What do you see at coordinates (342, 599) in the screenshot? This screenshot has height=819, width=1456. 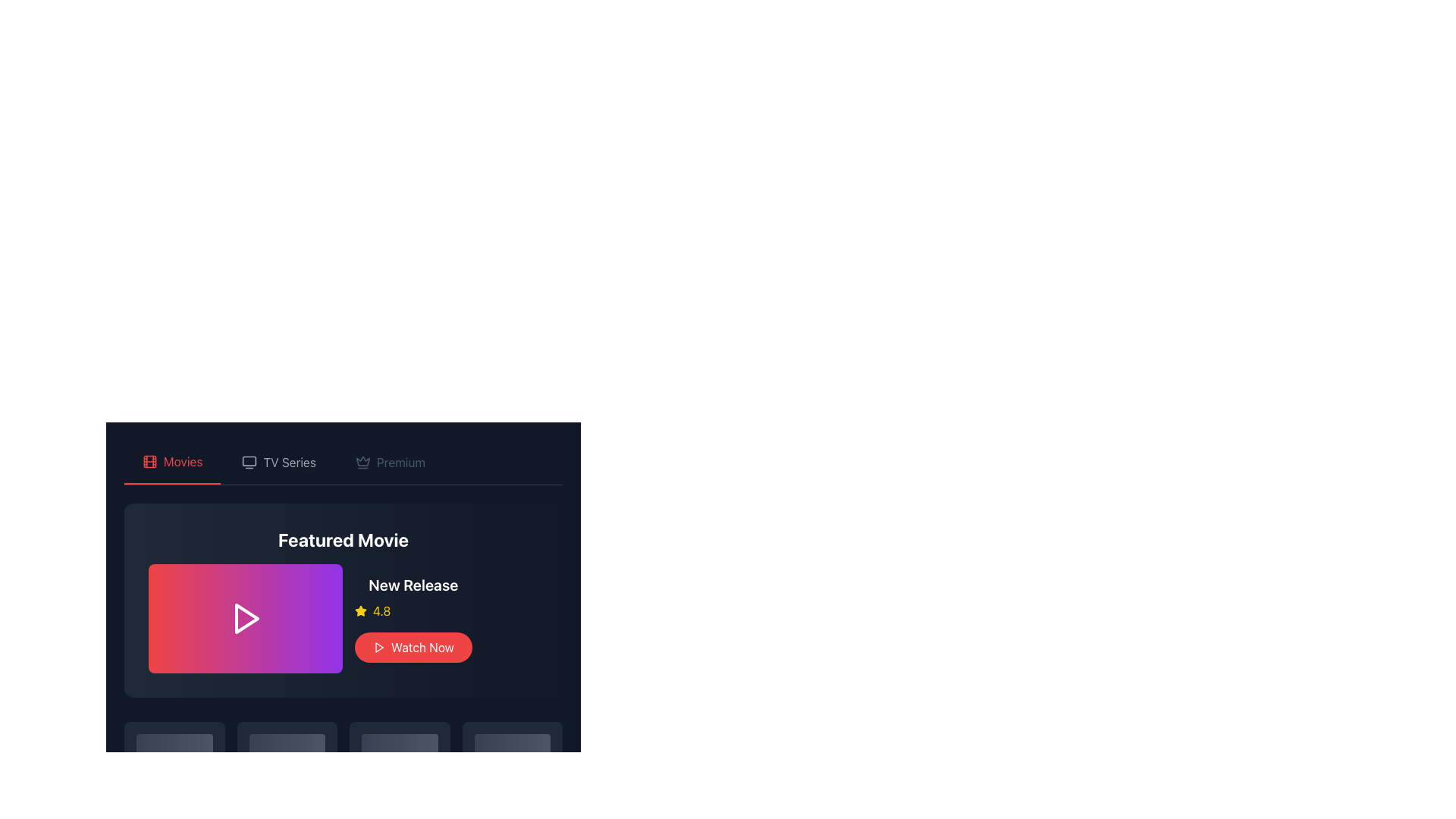 I see `the colorful play button icon located to the left of the 'Featured Movie' text in the Information Panel, which has a gradient background and rounded corners` at bounding box center [342, 599].